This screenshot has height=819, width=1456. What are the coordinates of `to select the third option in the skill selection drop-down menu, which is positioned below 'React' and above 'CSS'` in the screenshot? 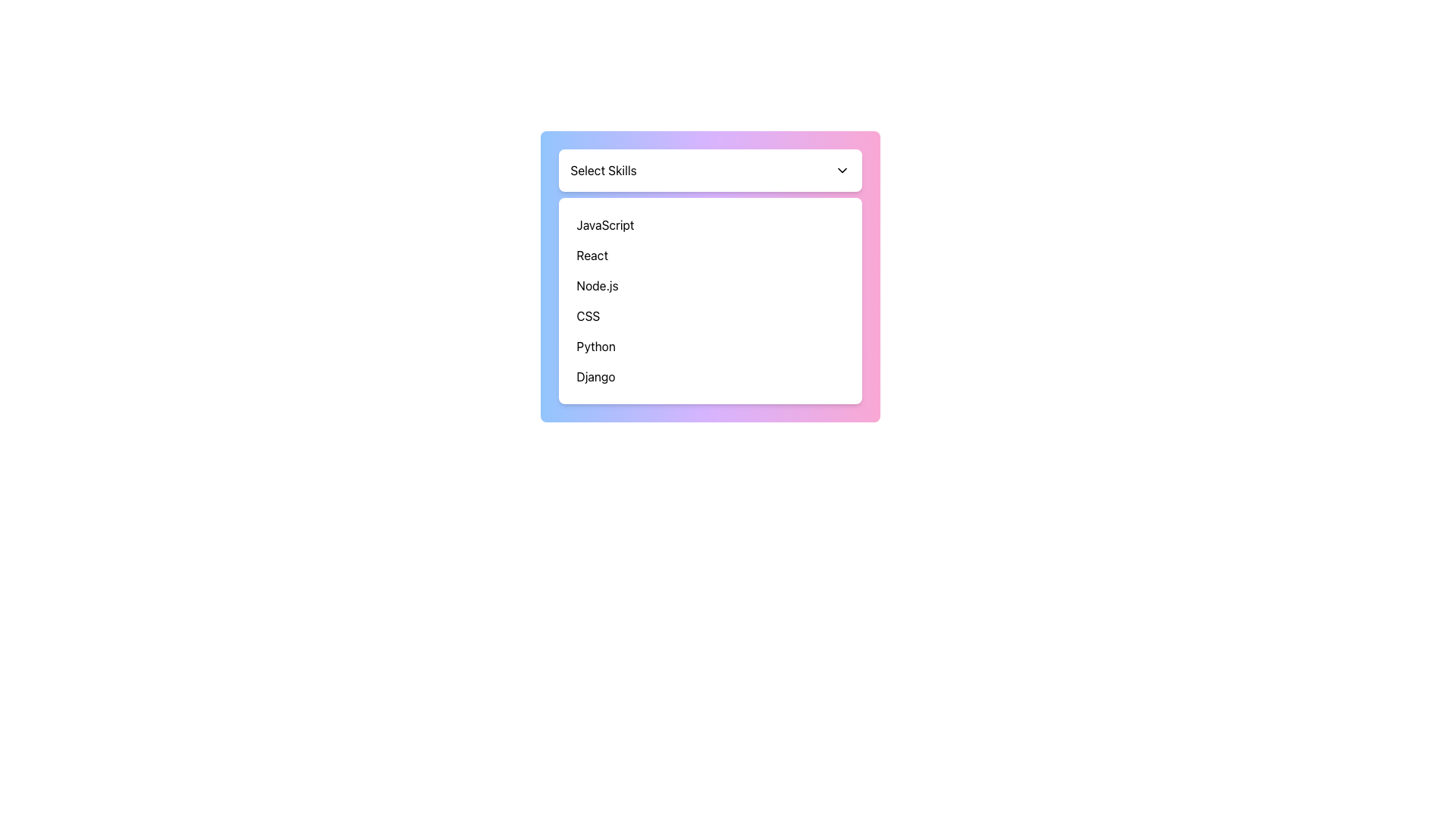 It's located at (709, 286).